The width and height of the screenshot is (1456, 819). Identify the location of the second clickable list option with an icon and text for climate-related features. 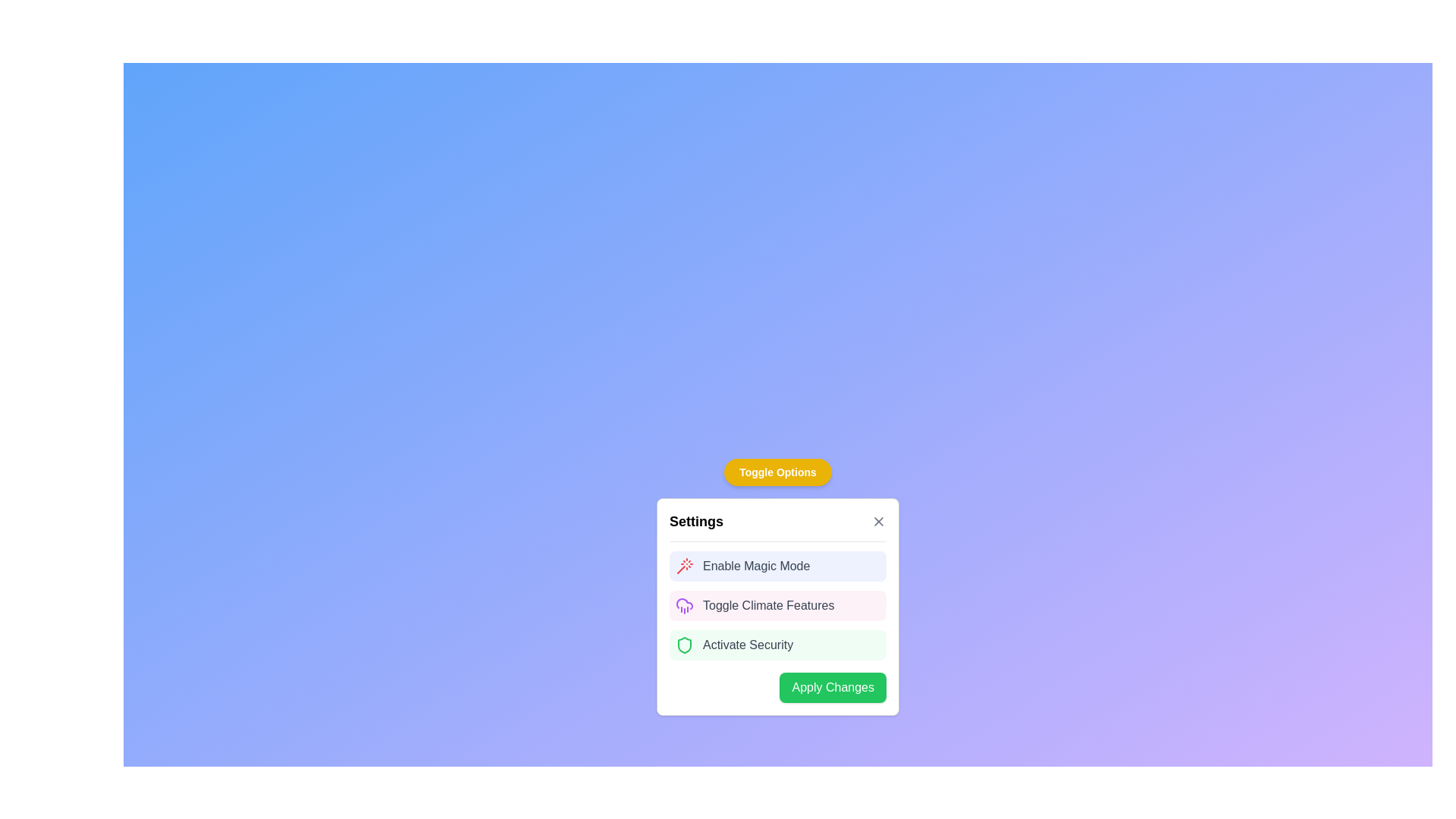
(778, 604).